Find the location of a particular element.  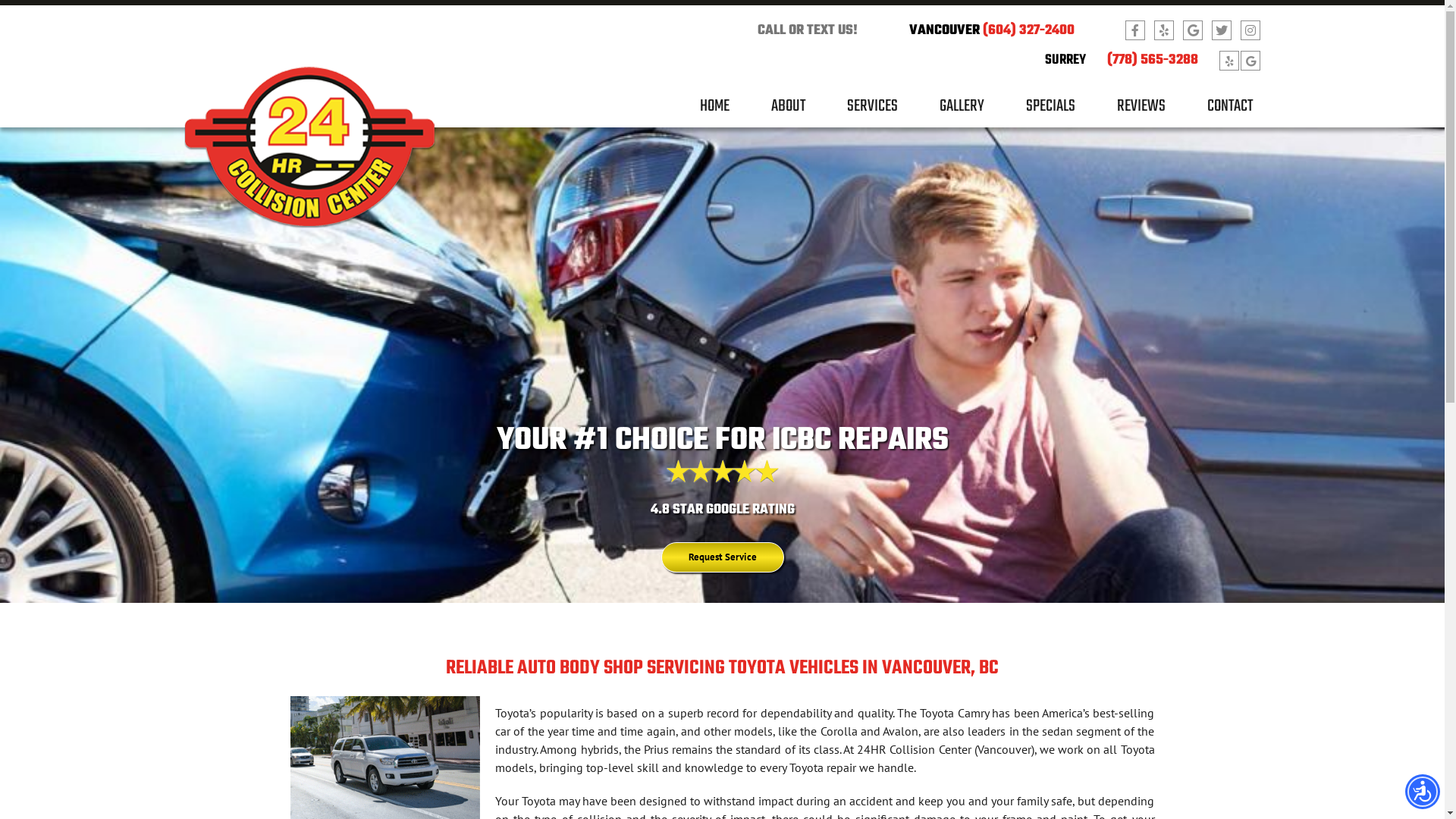

'GALLERY' is located at coordinates (938, 111).